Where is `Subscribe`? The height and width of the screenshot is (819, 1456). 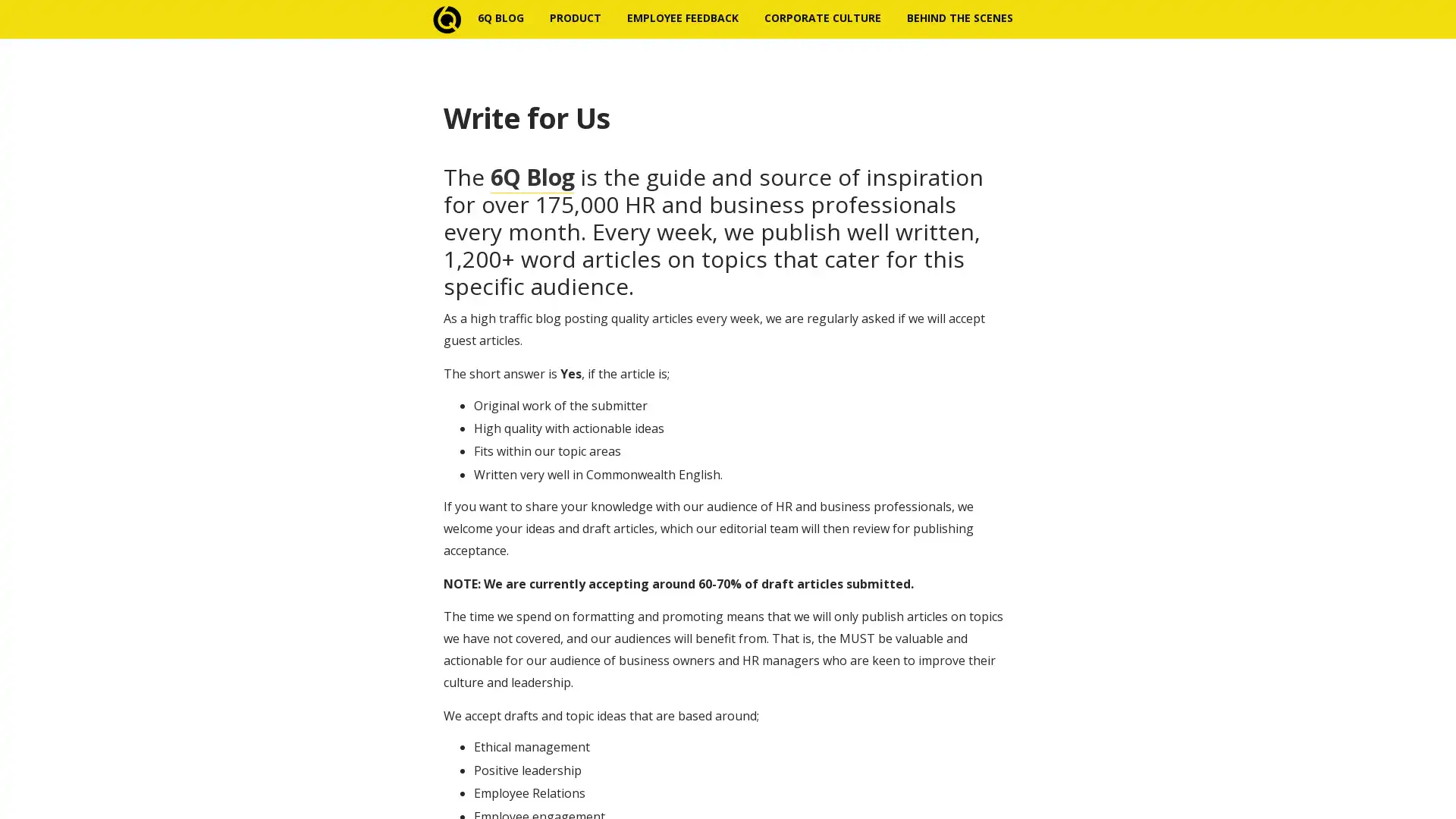 Subscribe is located at coordinates (895, 797).